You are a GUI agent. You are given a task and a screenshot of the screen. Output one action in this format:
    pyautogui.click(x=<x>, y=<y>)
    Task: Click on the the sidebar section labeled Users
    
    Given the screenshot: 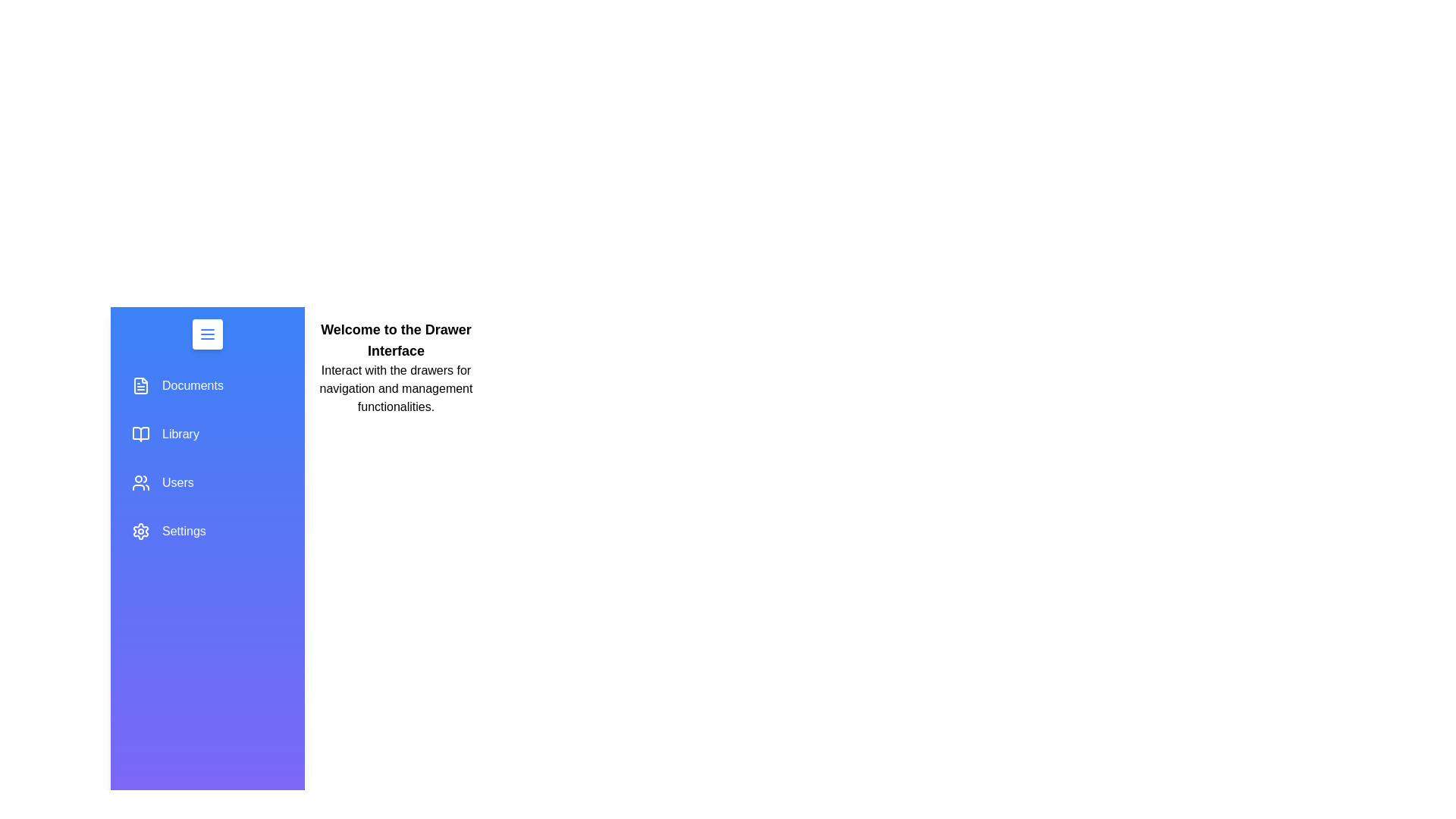 What is the action you would take?
    pyautogui.click(x=206, y=482)
    